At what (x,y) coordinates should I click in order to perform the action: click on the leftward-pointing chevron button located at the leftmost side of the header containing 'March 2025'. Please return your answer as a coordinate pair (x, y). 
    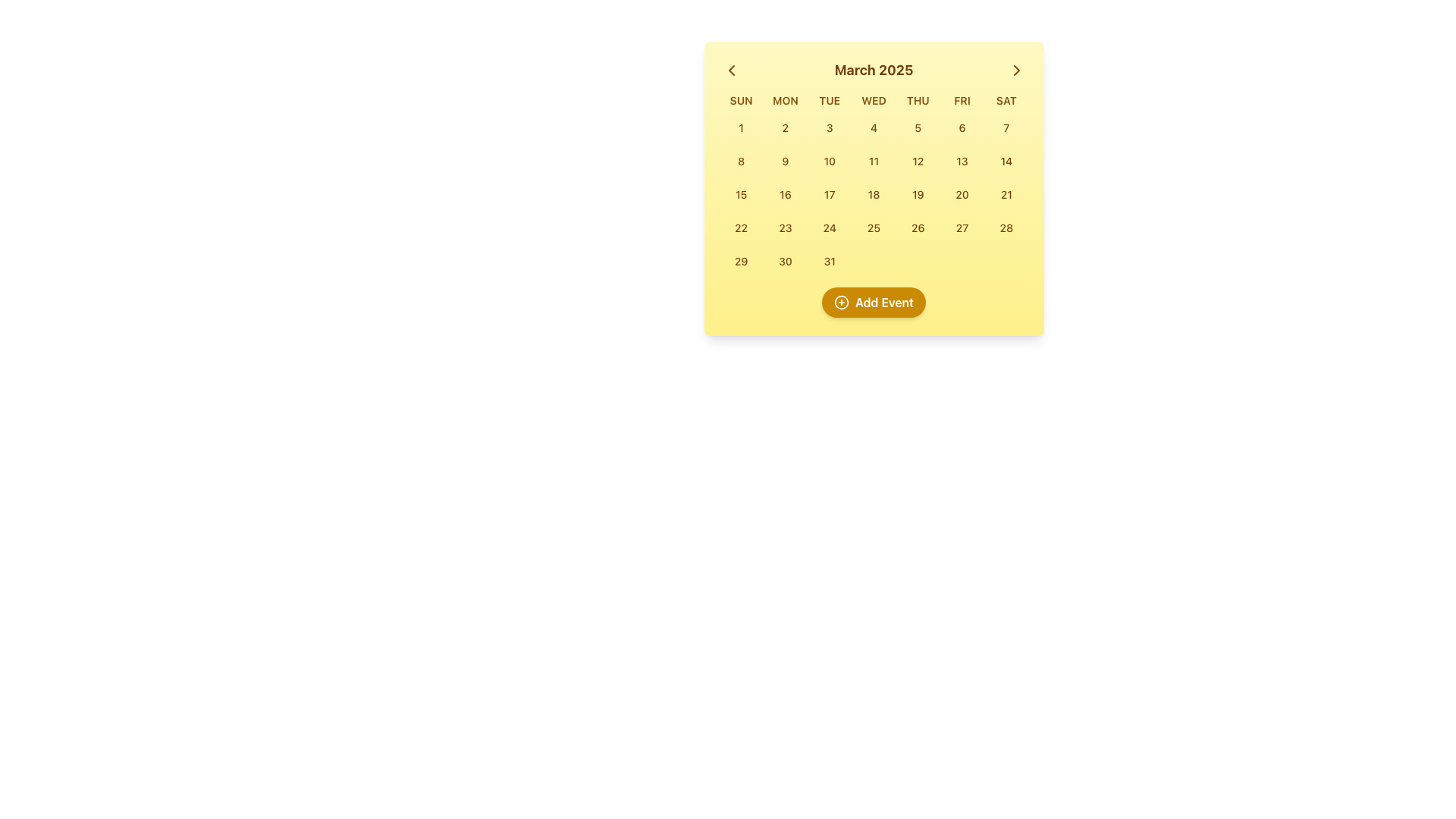
    Looking at the image, I should click on (731, 70).